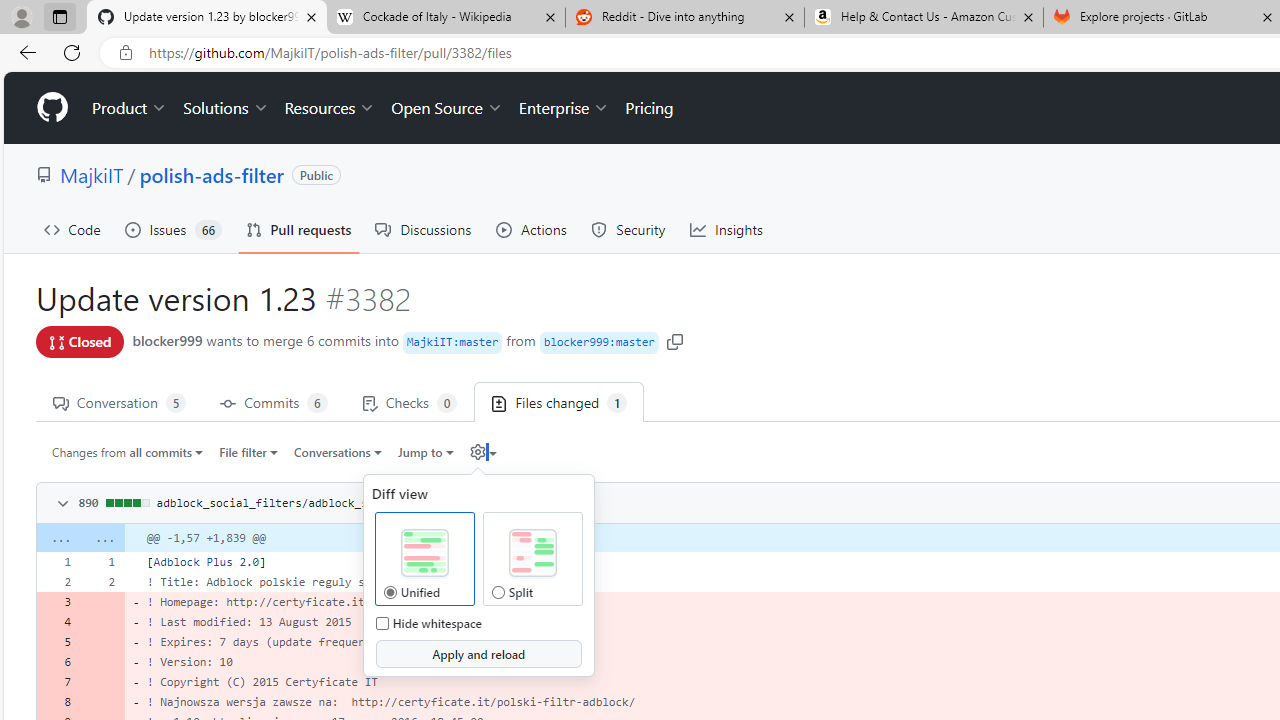 The width and height of the screenshot is (1280, 720). What do you see at coordinates (129, 108) in the screenshot?
I see `'Product'` at bounding box center [129, 108].